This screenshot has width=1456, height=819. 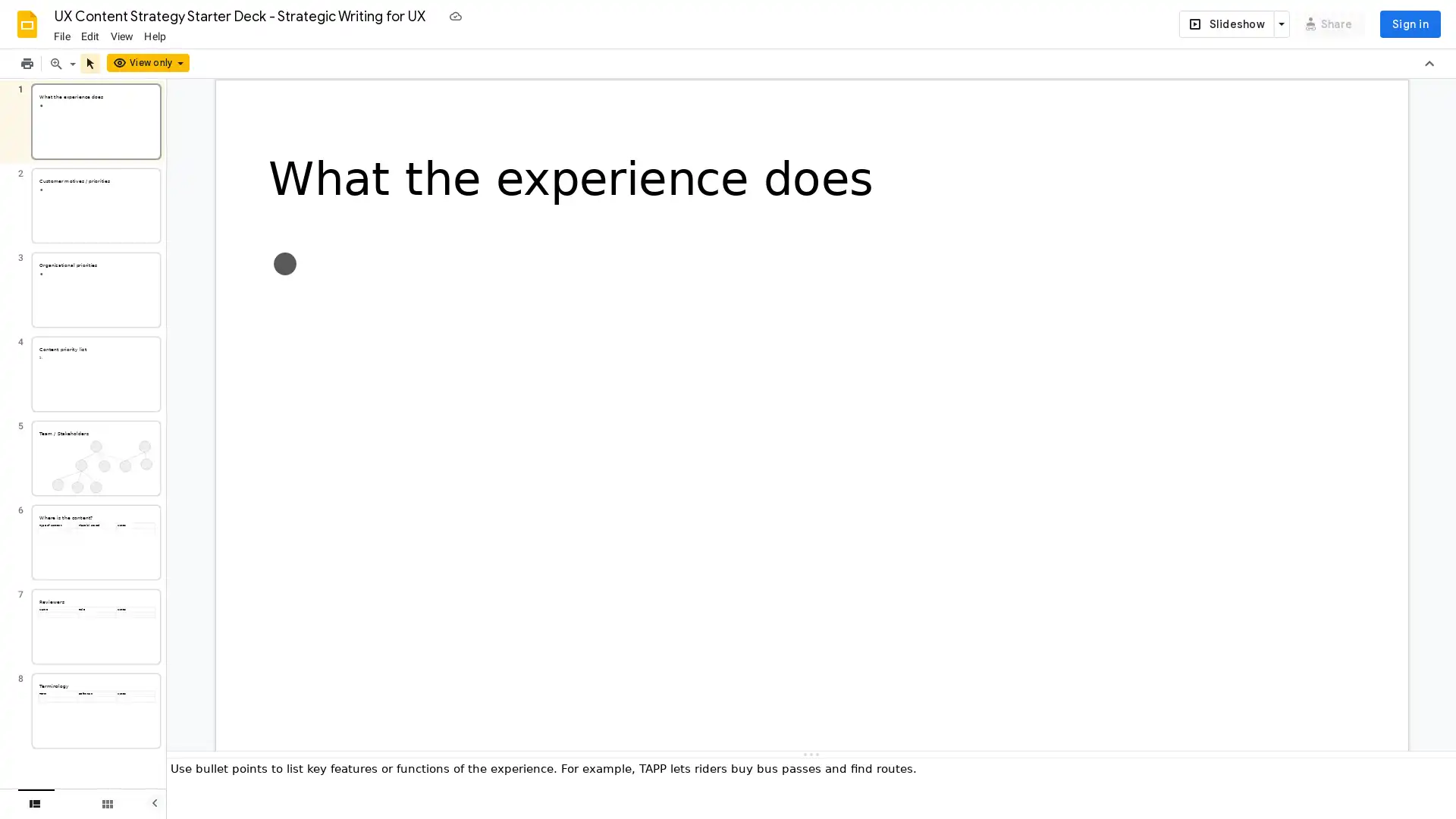 What do you see at coordinates (1225, 24) in the screenshot?
I see `Start slideshow (+Enter)` at bounding box center [1225, 24].